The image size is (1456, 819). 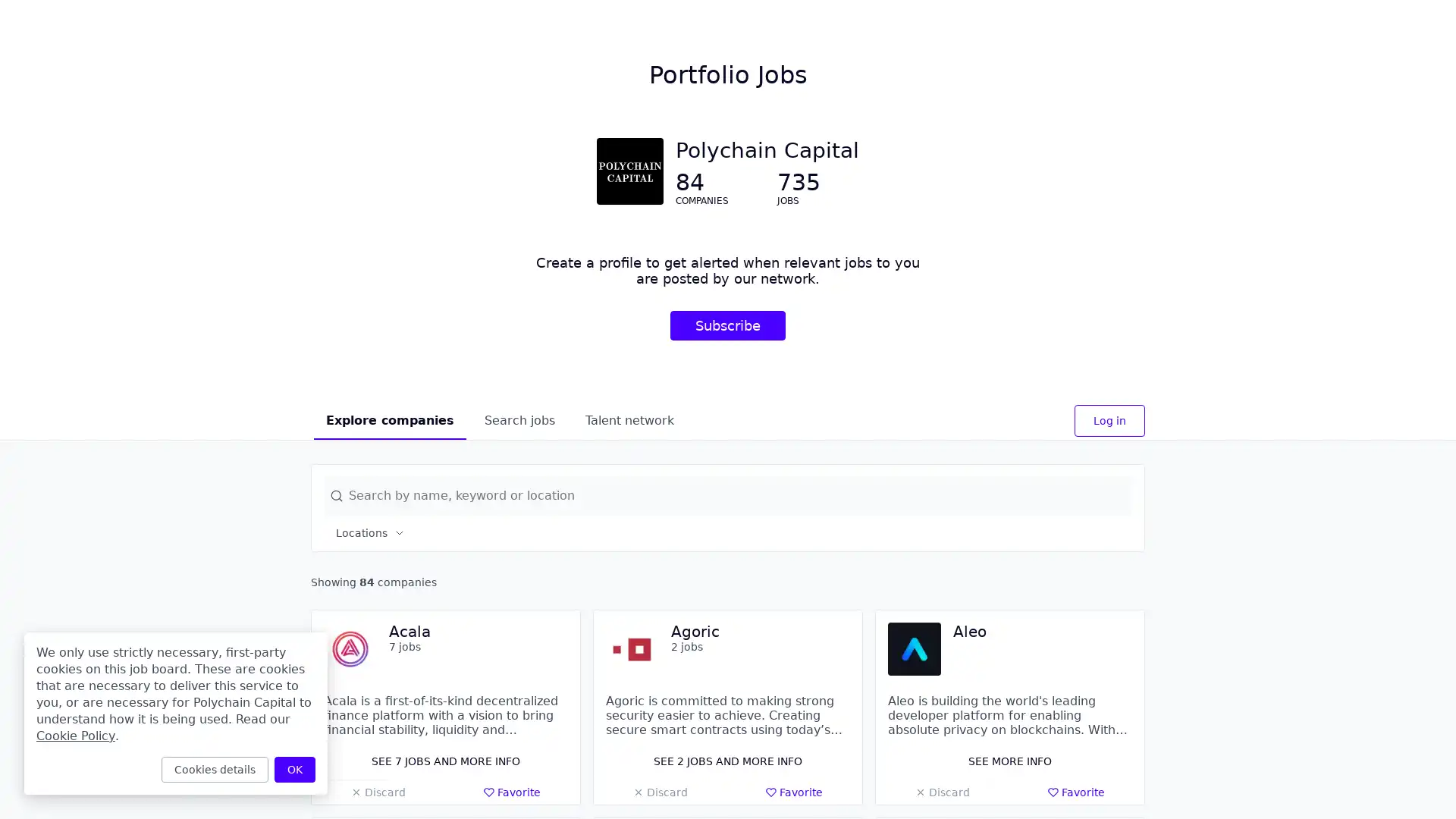 What do you see at coordinates (793, 792) in the screenshot?
I see `Favorite` at bounding box center [793, 792].